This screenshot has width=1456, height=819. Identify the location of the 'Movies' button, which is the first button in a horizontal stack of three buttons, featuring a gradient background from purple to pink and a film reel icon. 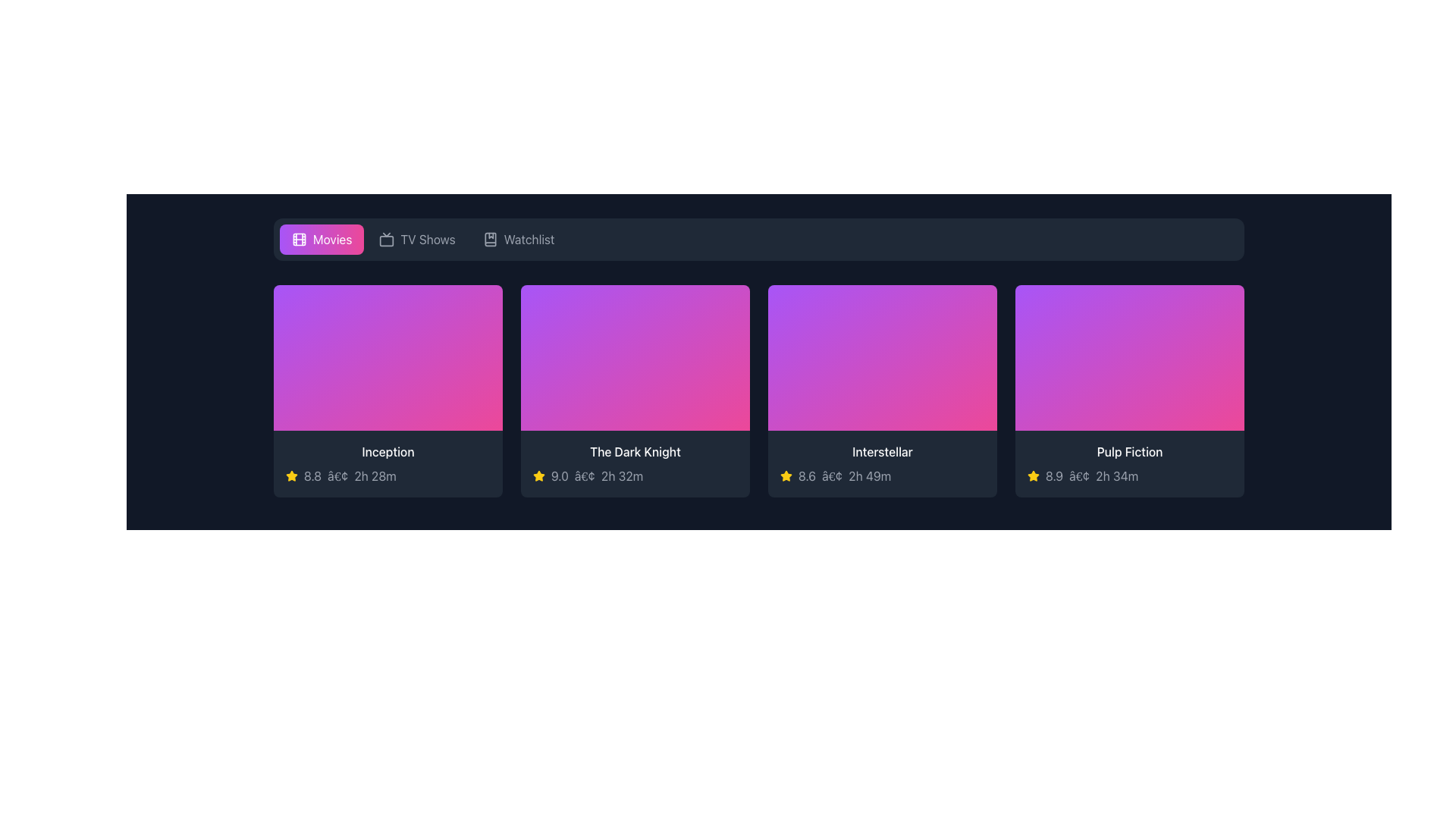
(321, 239).